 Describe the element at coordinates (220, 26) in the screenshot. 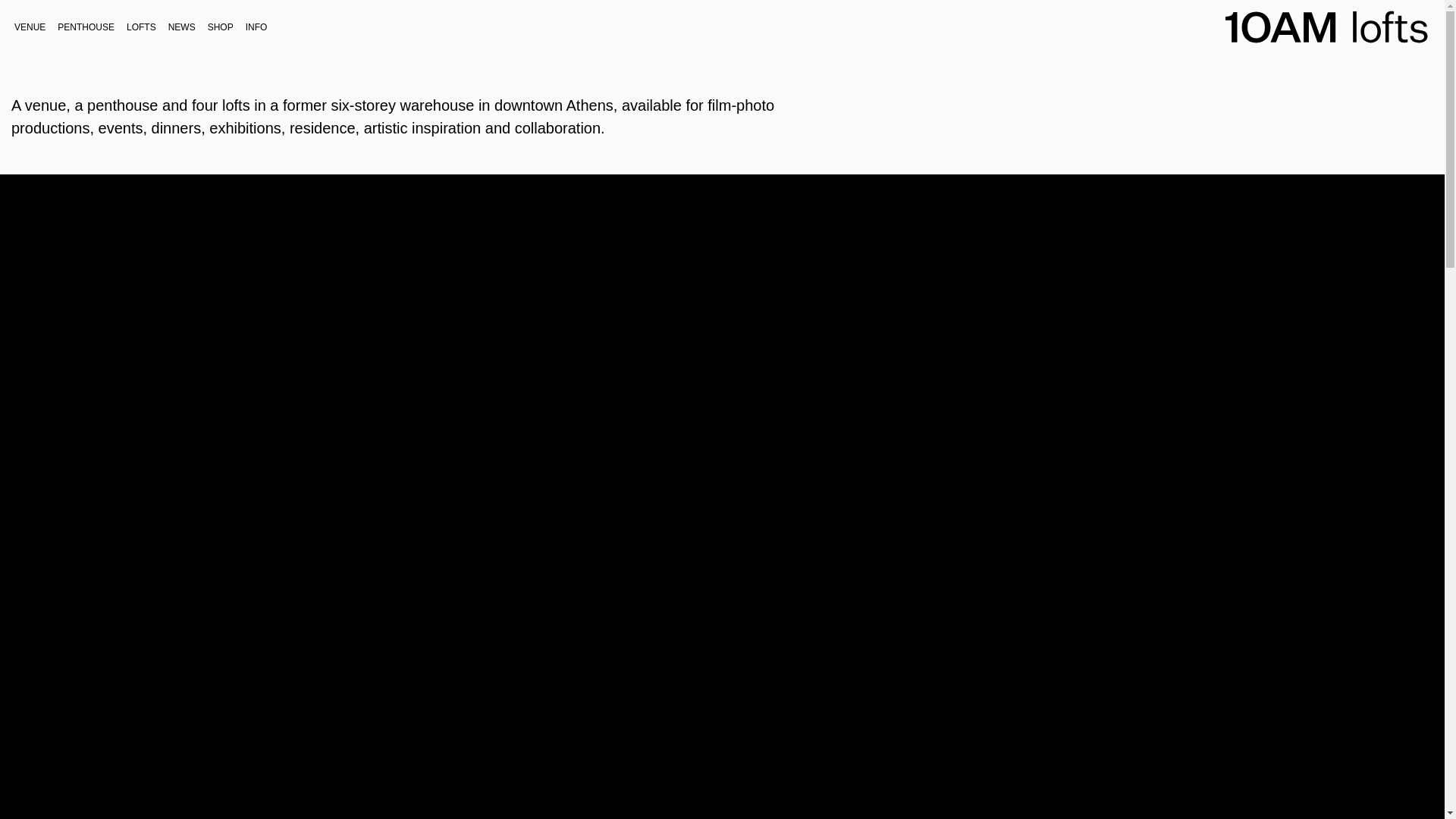

I see `'SHOP'` at that location.